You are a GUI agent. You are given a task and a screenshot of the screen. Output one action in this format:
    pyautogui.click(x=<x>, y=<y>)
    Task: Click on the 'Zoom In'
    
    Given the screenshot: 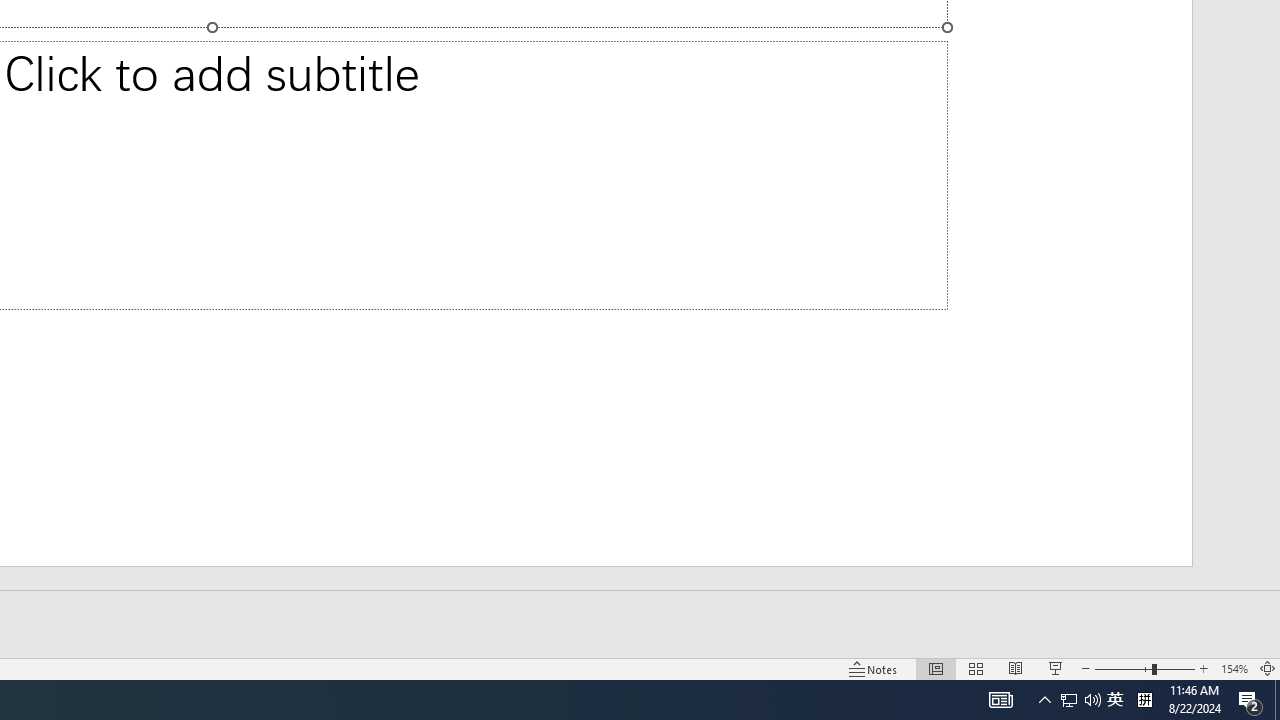 What is the action you would take?
    pyautogui.click(x=1203, y=669)
    